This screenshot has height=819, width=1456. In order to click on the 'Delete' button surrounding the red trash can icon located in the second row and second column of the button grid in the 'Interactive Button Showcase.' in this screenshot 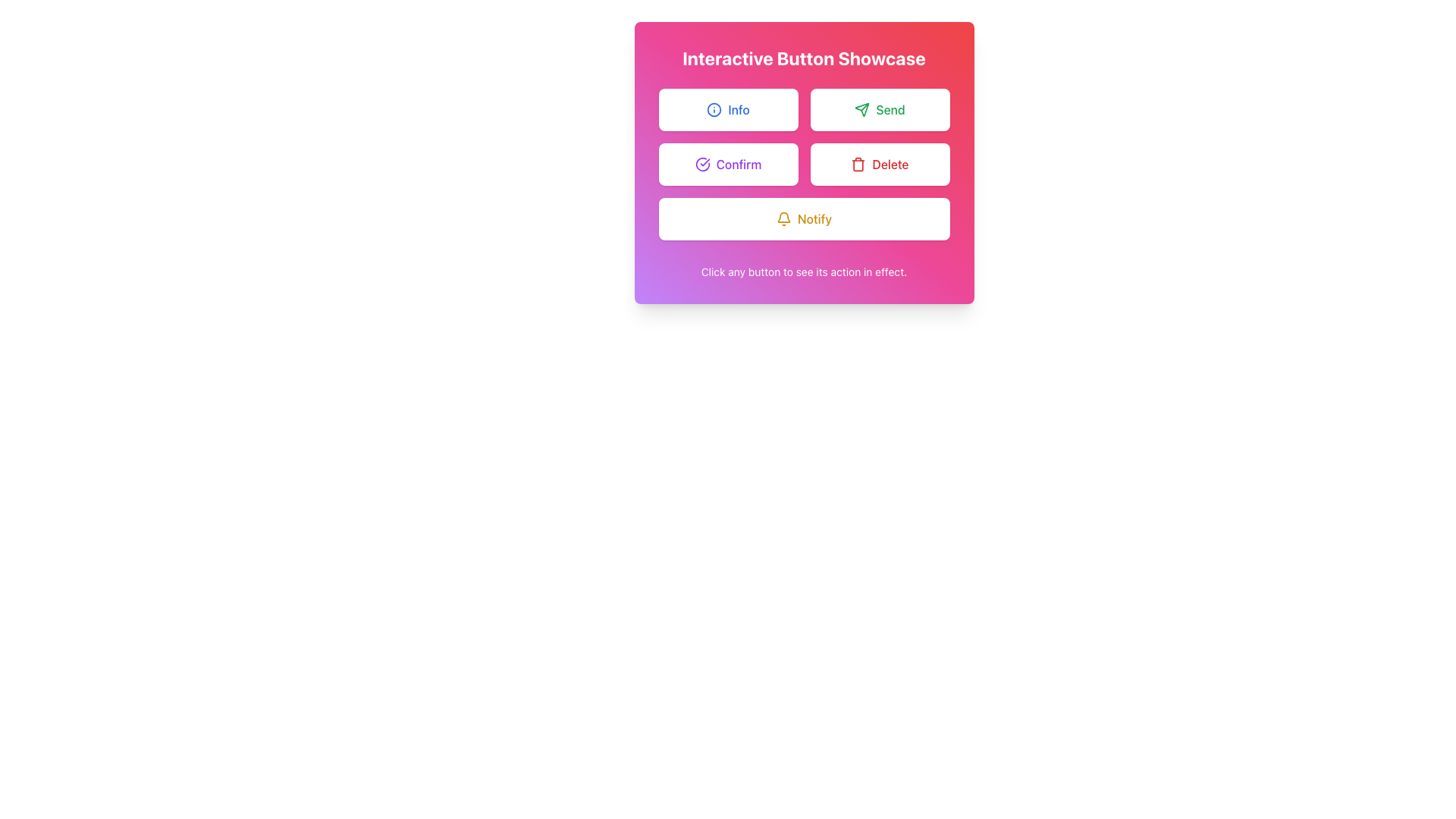, I will do `click(858, 164)`.